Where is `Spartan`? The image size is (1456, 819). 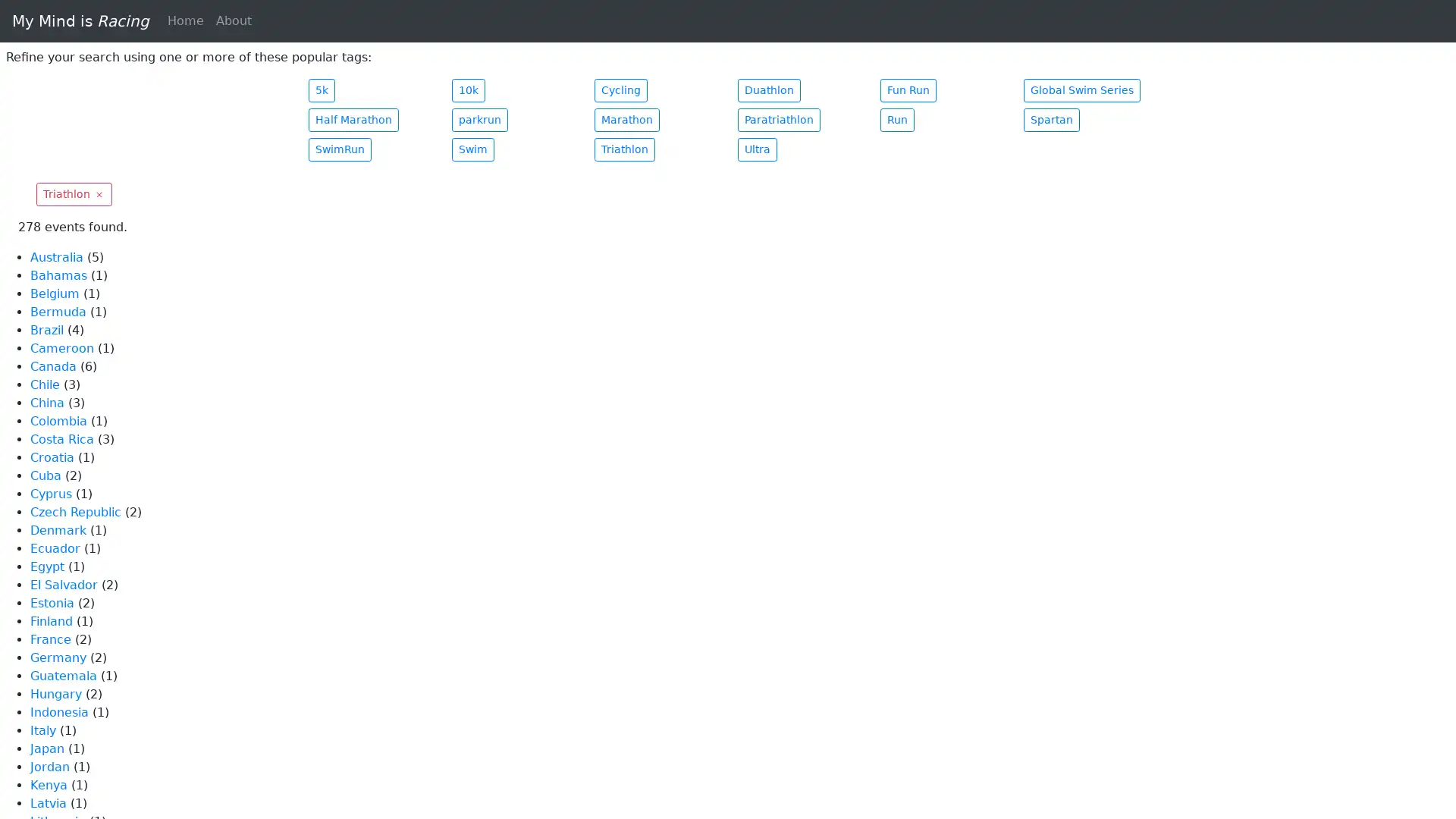 Spartan is located at coordinates (1050, 119).